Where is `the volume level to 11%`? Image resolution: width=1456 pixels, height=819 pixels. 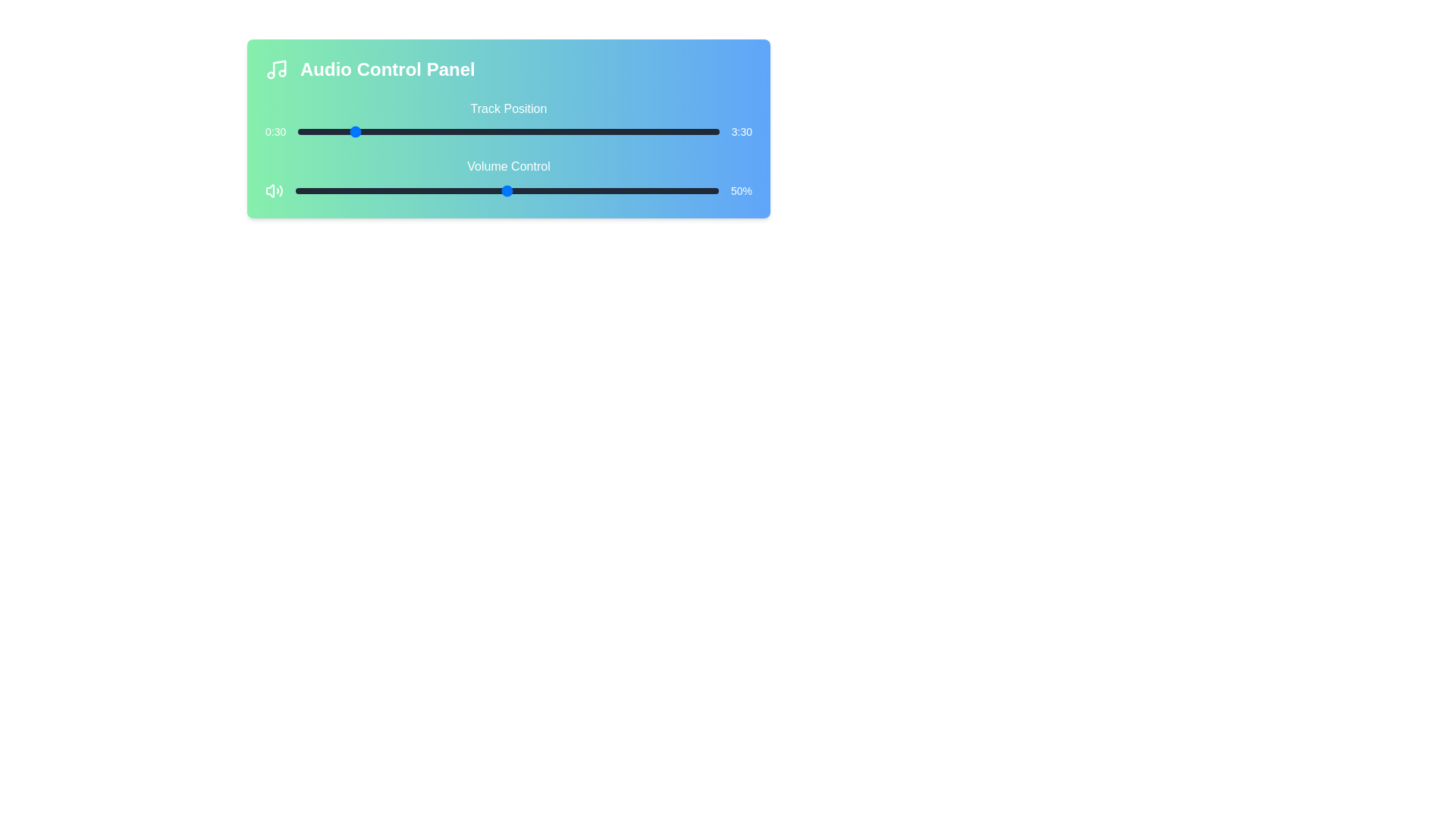 the volume level to 11% is located at coordinates (341, 190).